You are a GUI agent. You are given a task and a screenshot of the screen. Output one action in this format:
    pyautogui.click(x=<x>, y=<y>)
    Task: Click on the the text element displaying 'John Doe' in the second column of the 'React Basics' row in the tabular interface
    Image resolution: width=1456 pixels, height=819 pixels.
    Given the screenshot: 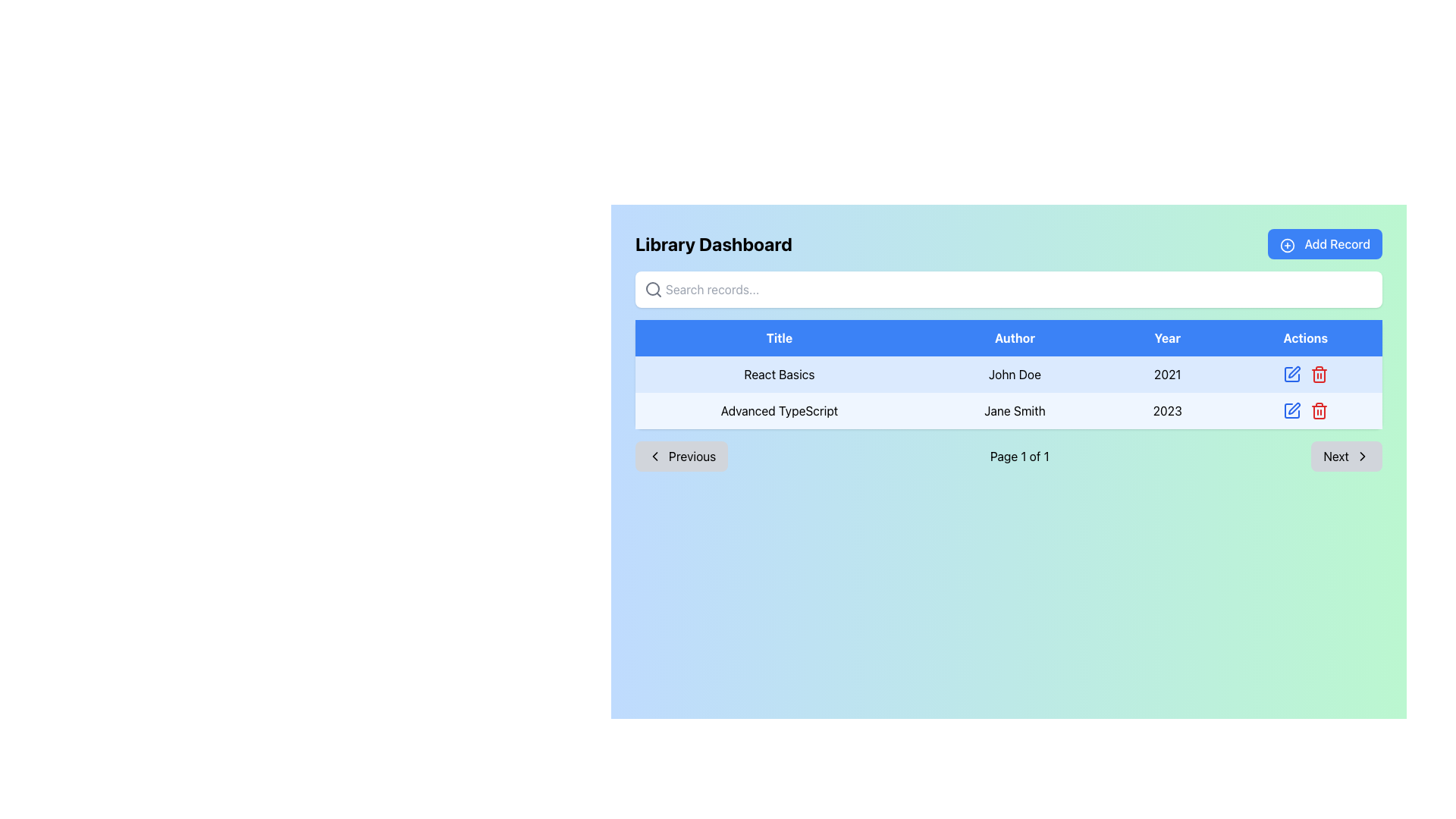 What is the action you would take?
    pyautogui.click(x=1015, y=374)
    